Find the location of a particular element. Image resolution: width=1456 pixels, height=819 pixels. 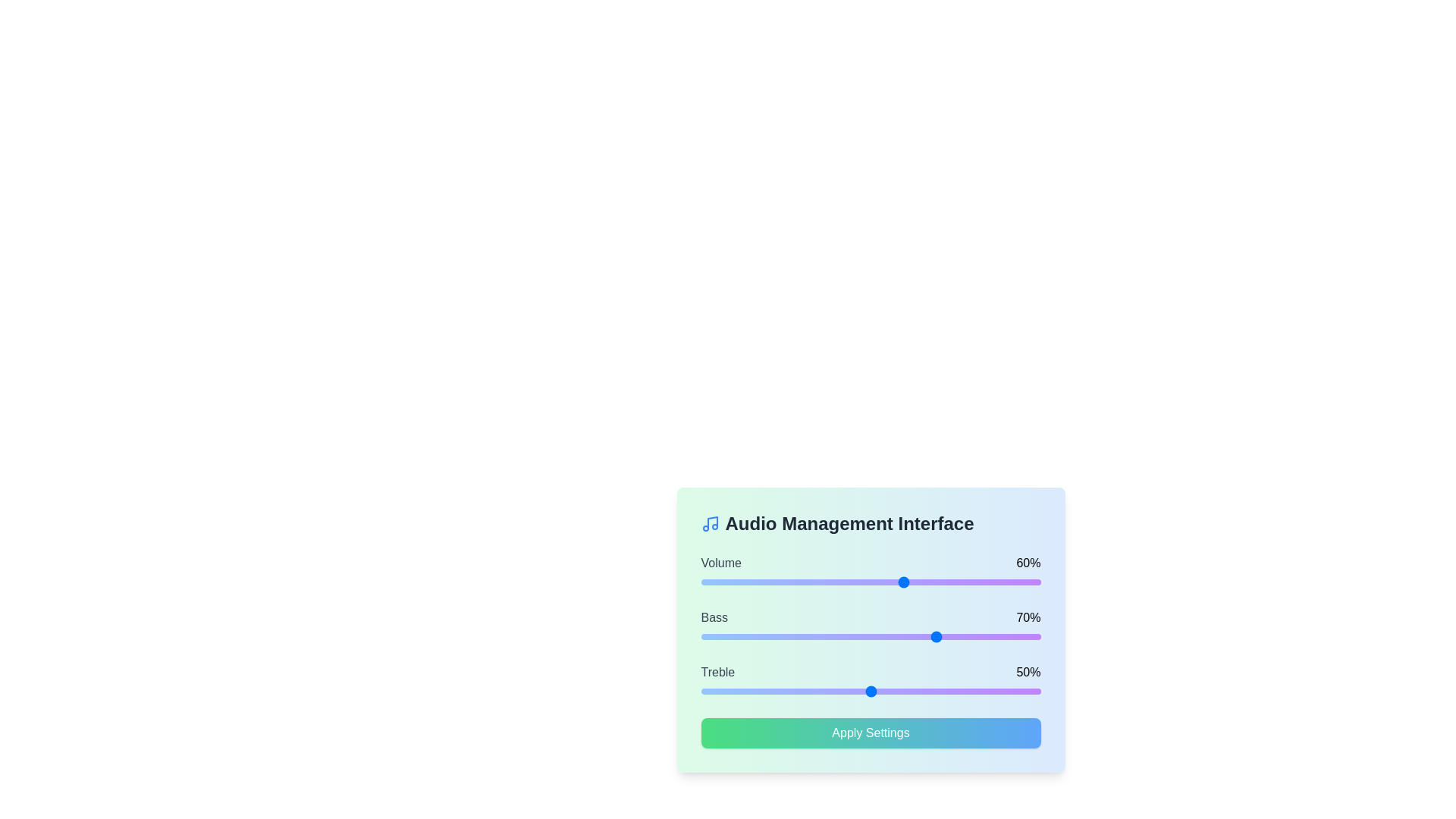

the treble level is located at coordinates (762, 691).